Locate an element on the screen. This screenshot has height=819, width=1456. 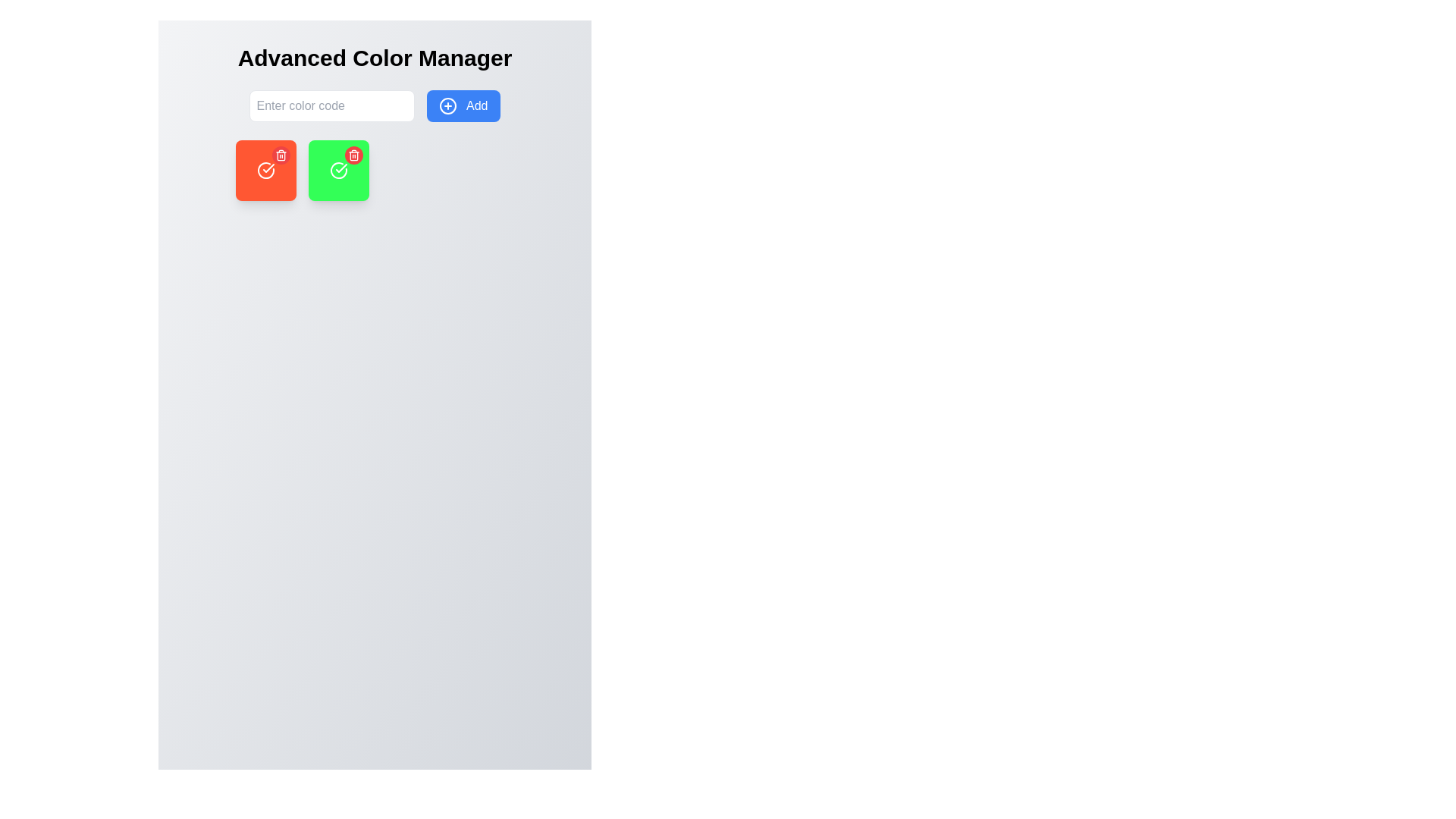
the Trash Icon, which is a red circular button with a trash bin design located in the top-right corner of the red rectangle, indicating a delete action is located at coordinates (353, 155).